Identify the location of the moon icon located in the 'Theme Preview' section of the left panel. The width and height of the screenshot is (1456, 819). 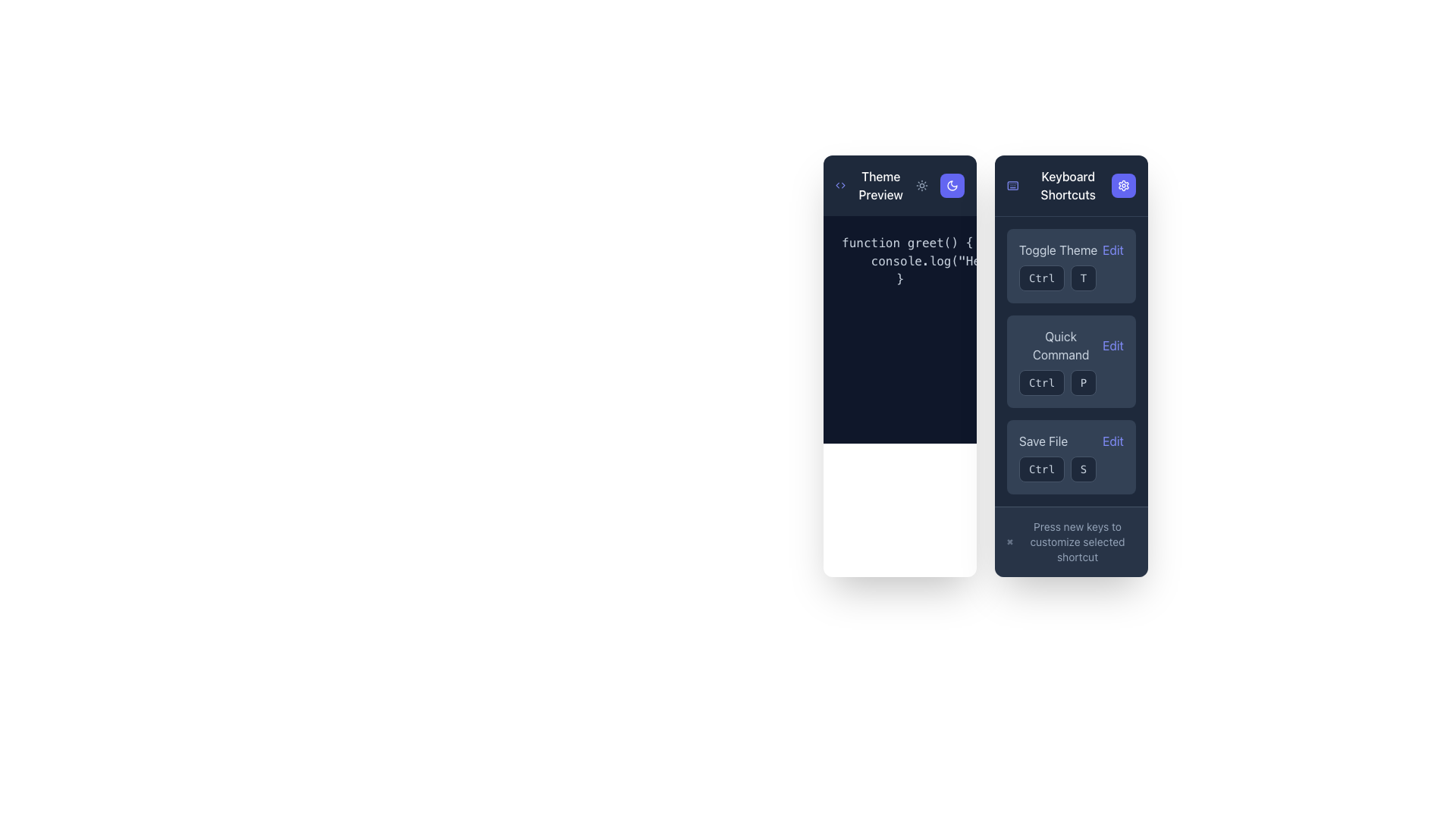
(952, 185).